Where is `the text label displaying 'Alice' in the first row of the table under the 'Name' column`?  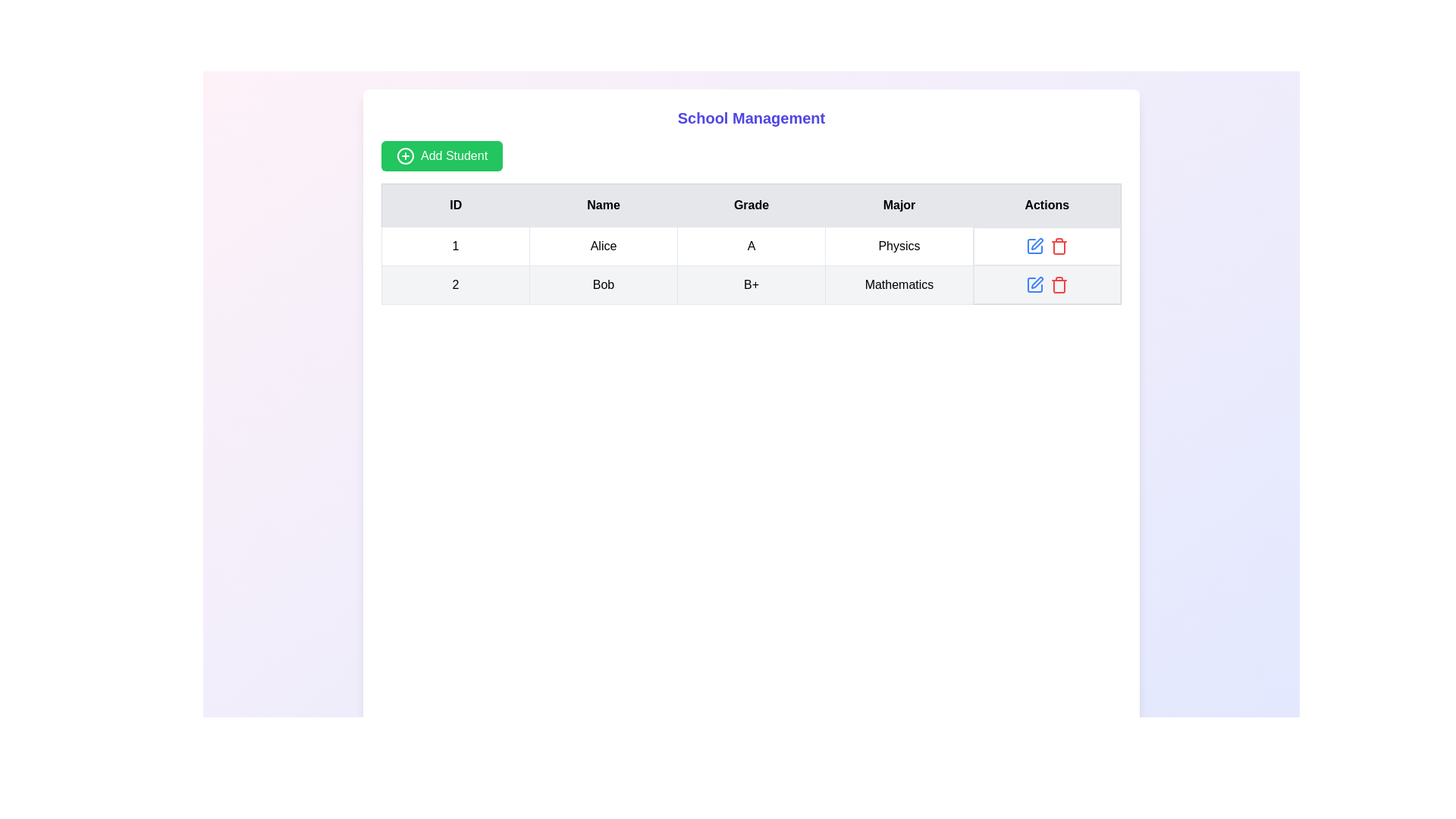 the text label displaying 'Alice' in the first row of the table under the 'Name' column is located at coordinates (603, 245).